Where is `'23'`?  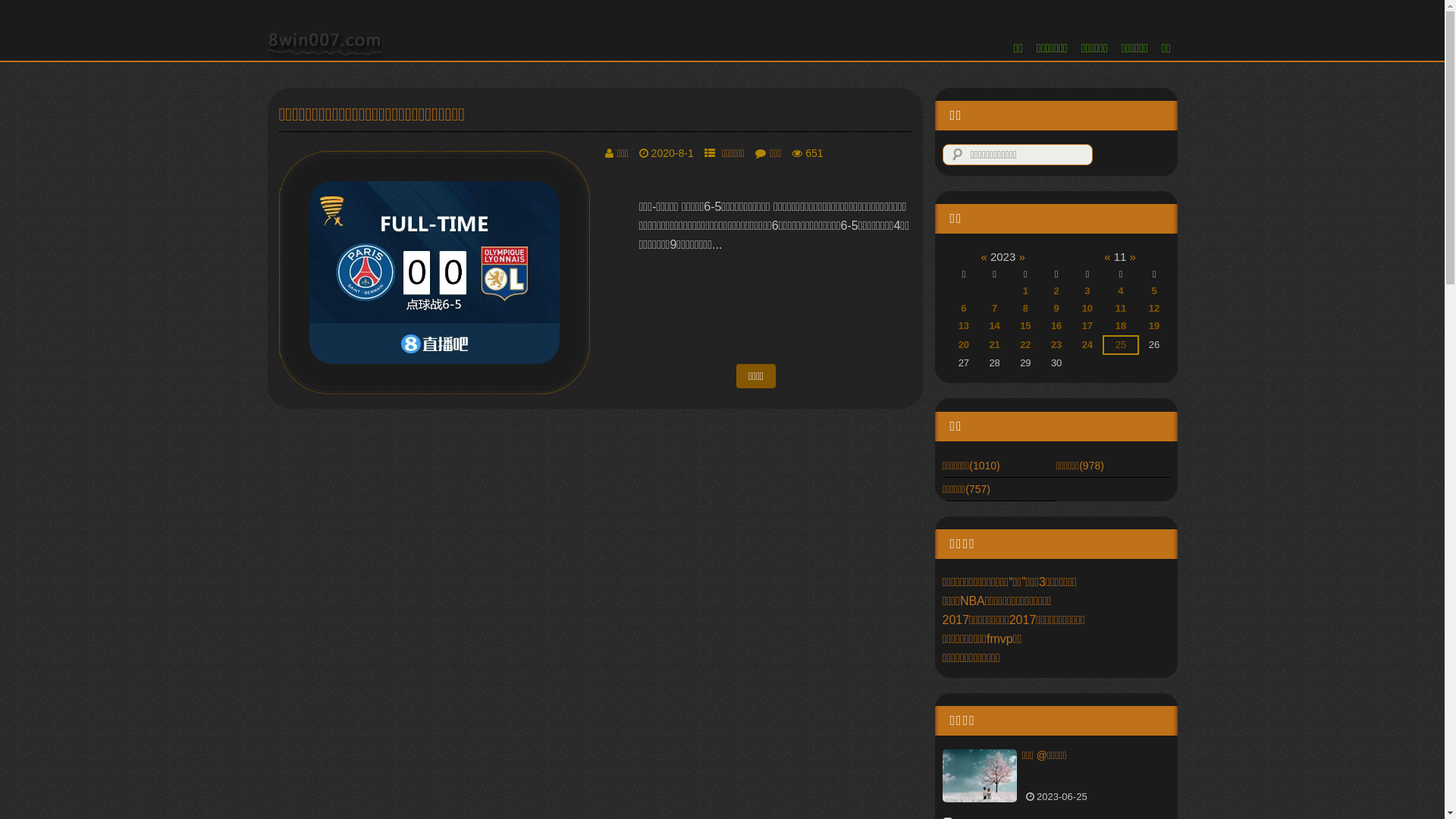 '23' is located at coordinates (1050, 344).